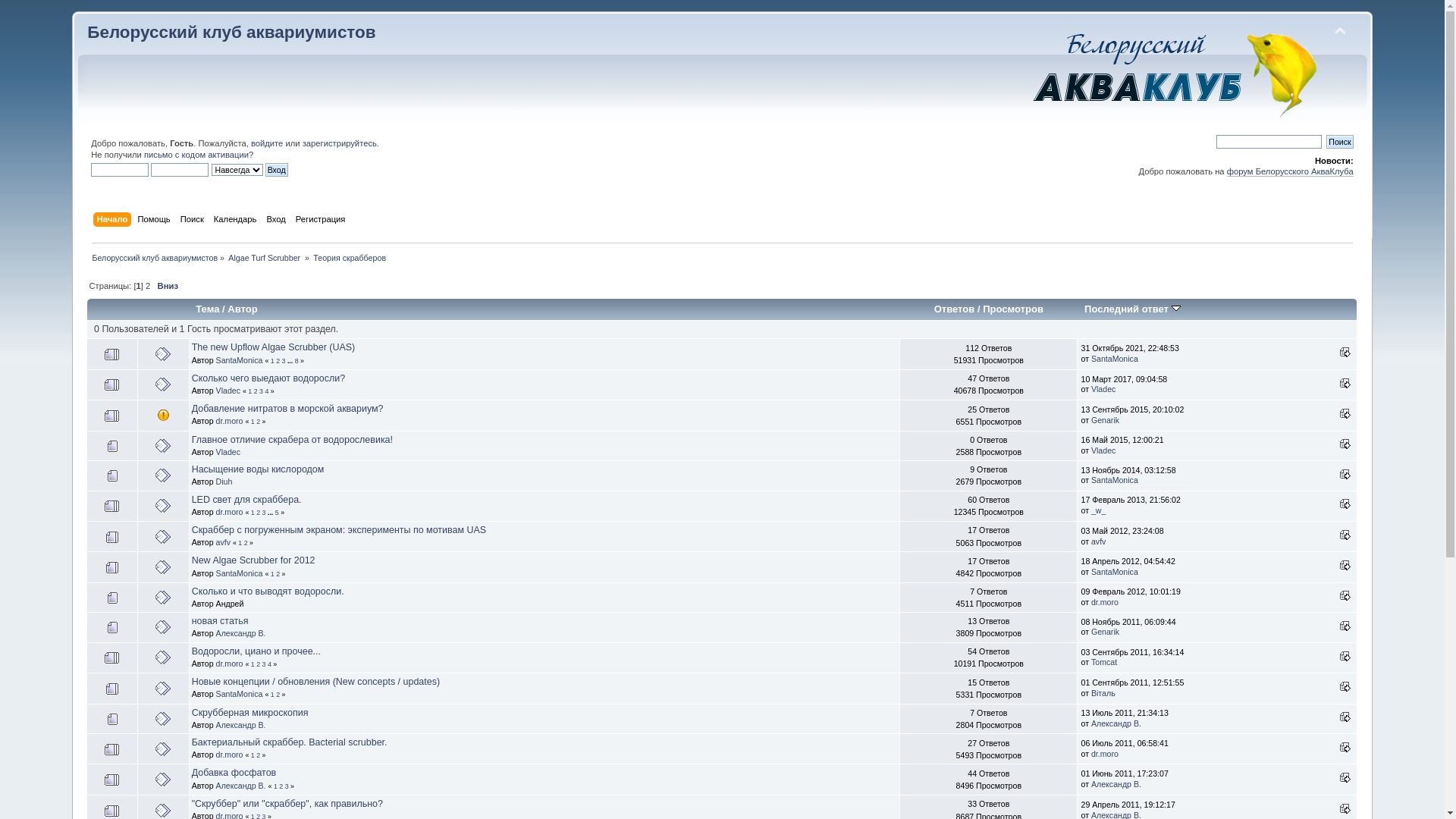 The image size is (1456, 819). Describe the element at coordinates (258, 755) in the screenshot. I see `'2'` at that location.